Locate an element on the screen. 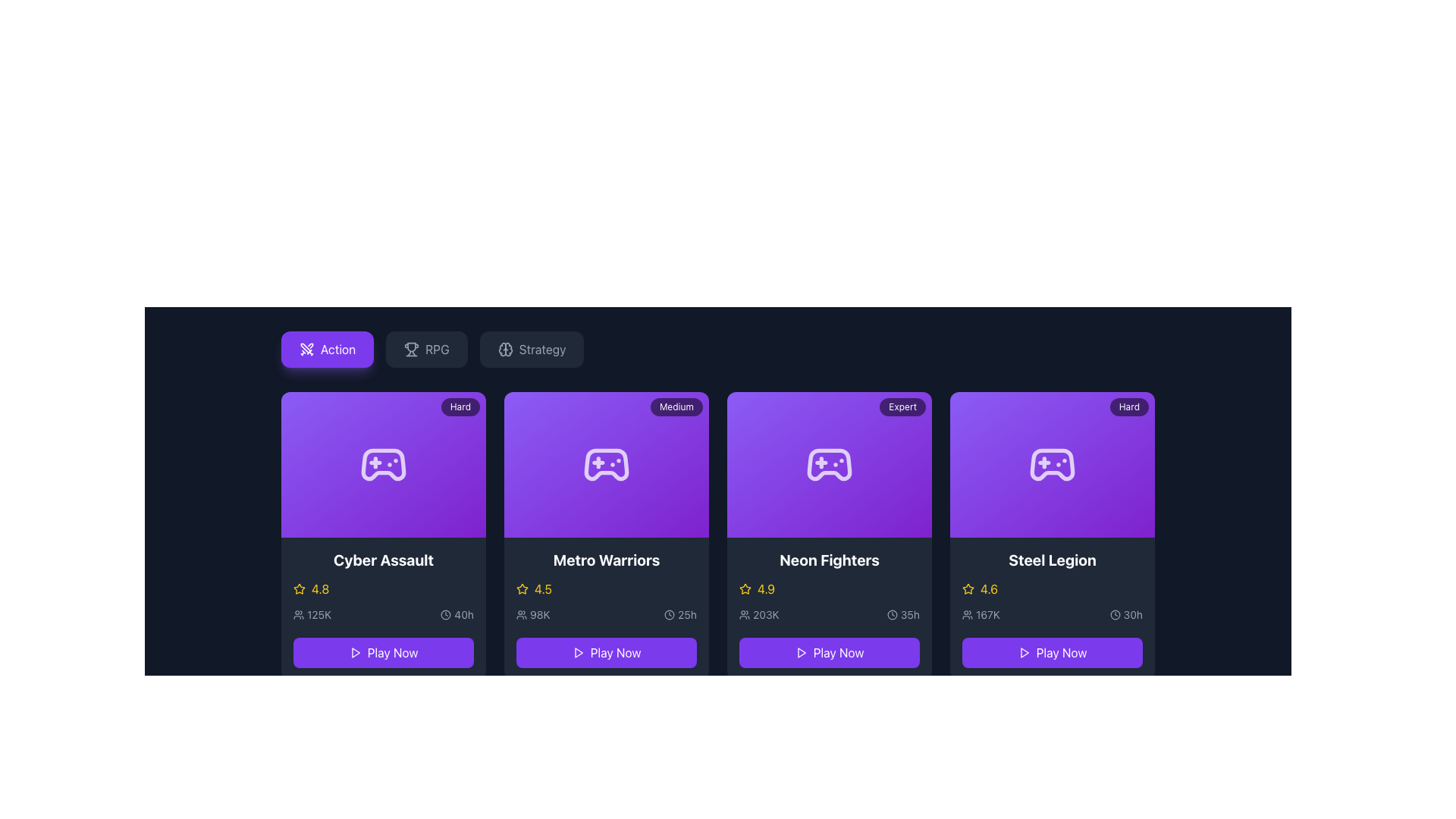 This screenshot has width=1456, height=819. the displayed rating on the yellow star icon with the text '4.8' located under the title 'Cyber Assault' in the lower-middle section of the card is located at coordinates (383, 588).